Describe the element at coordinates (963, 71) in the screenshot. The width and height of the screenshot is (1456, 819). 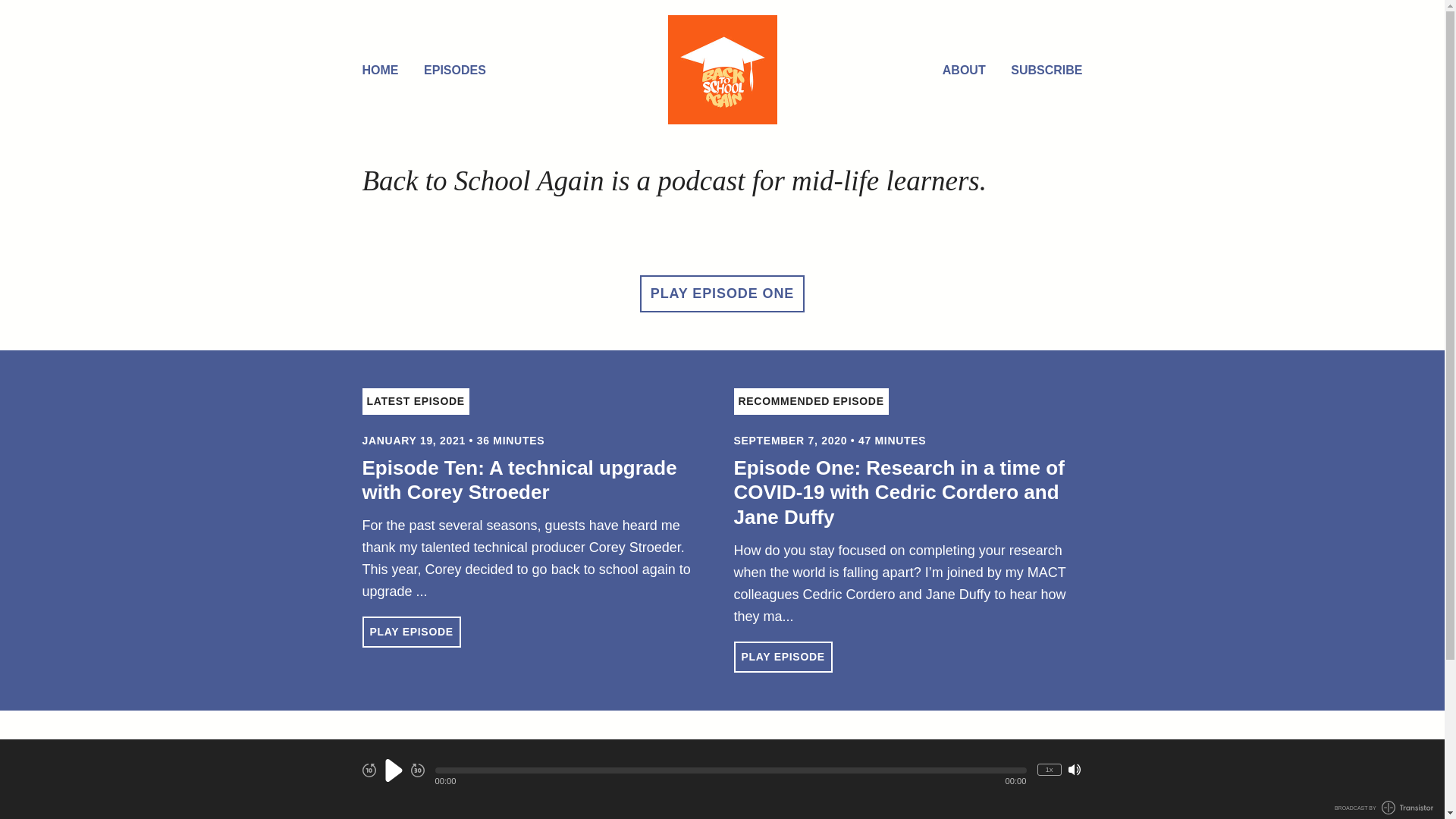
I see `'ABOUT'` at that location.